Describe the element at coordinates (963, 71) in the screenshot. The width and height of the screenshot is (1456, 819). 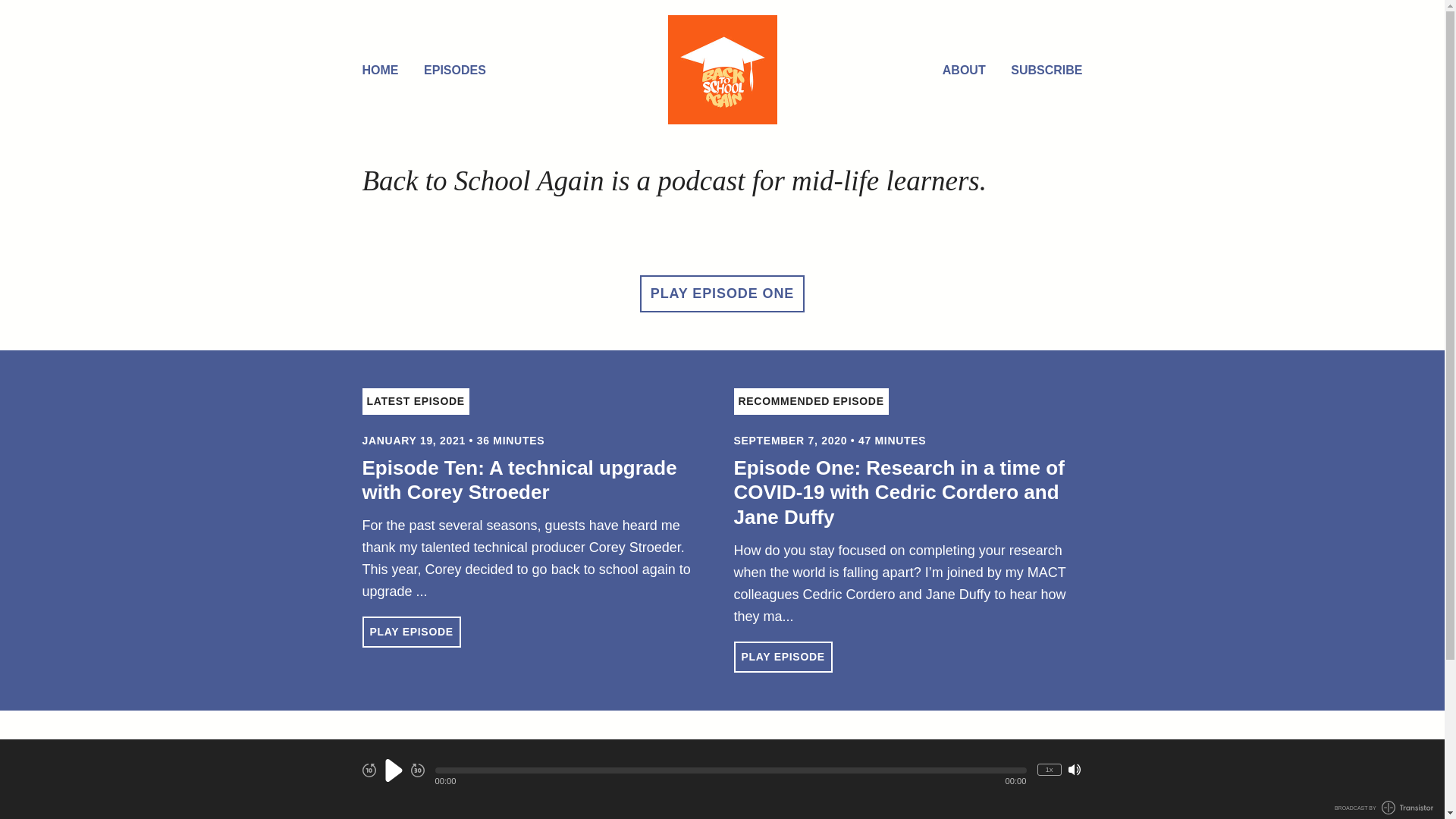
I see `'ABOUT'` at that location.